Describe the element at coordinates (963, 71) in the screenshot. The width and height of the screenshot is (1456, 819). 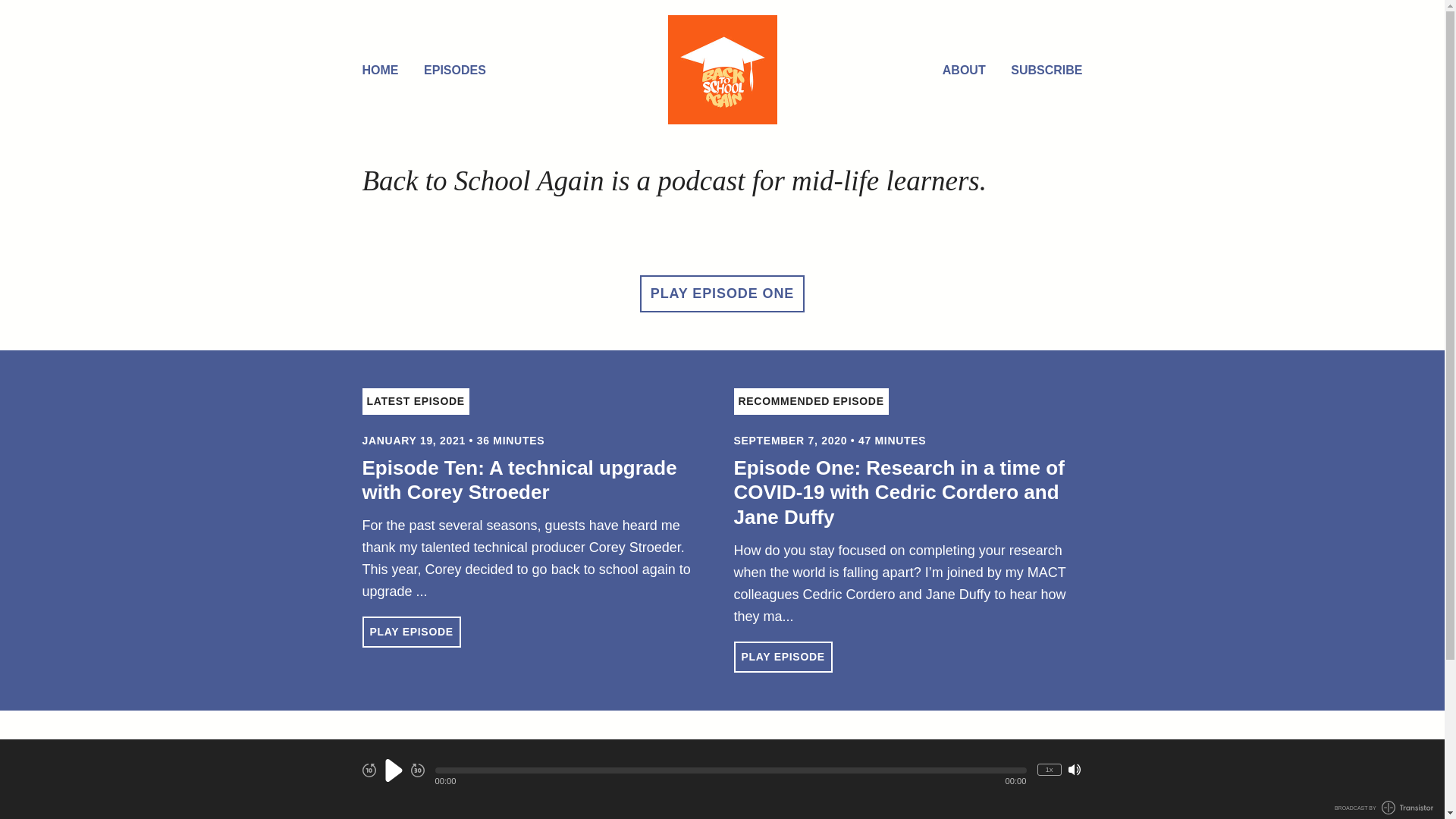
I see `'ABOUT'` at that location.